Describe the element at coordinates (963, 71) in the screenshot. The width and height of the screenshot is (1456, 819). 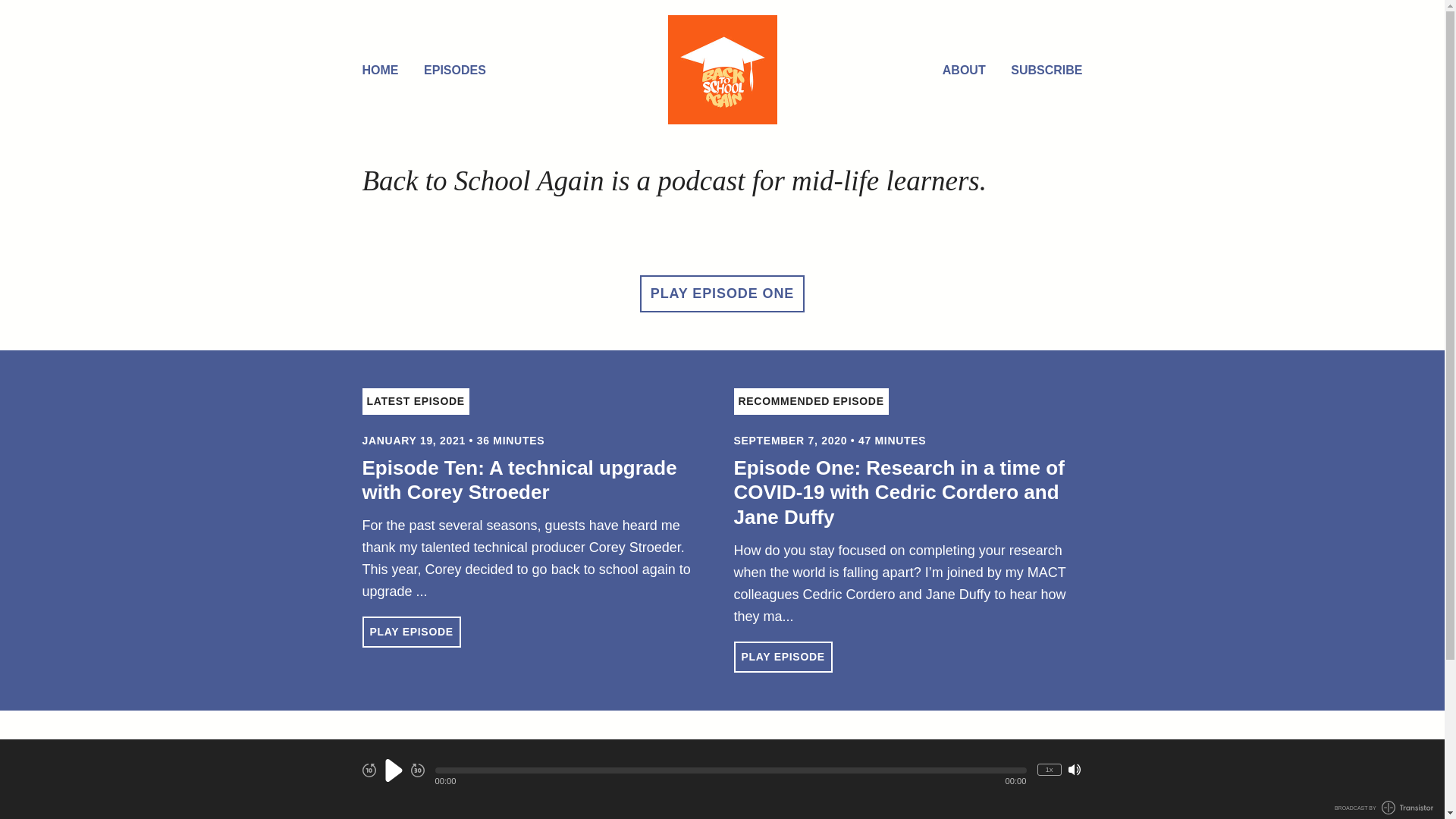
I see `'ABOUT'` at that location.